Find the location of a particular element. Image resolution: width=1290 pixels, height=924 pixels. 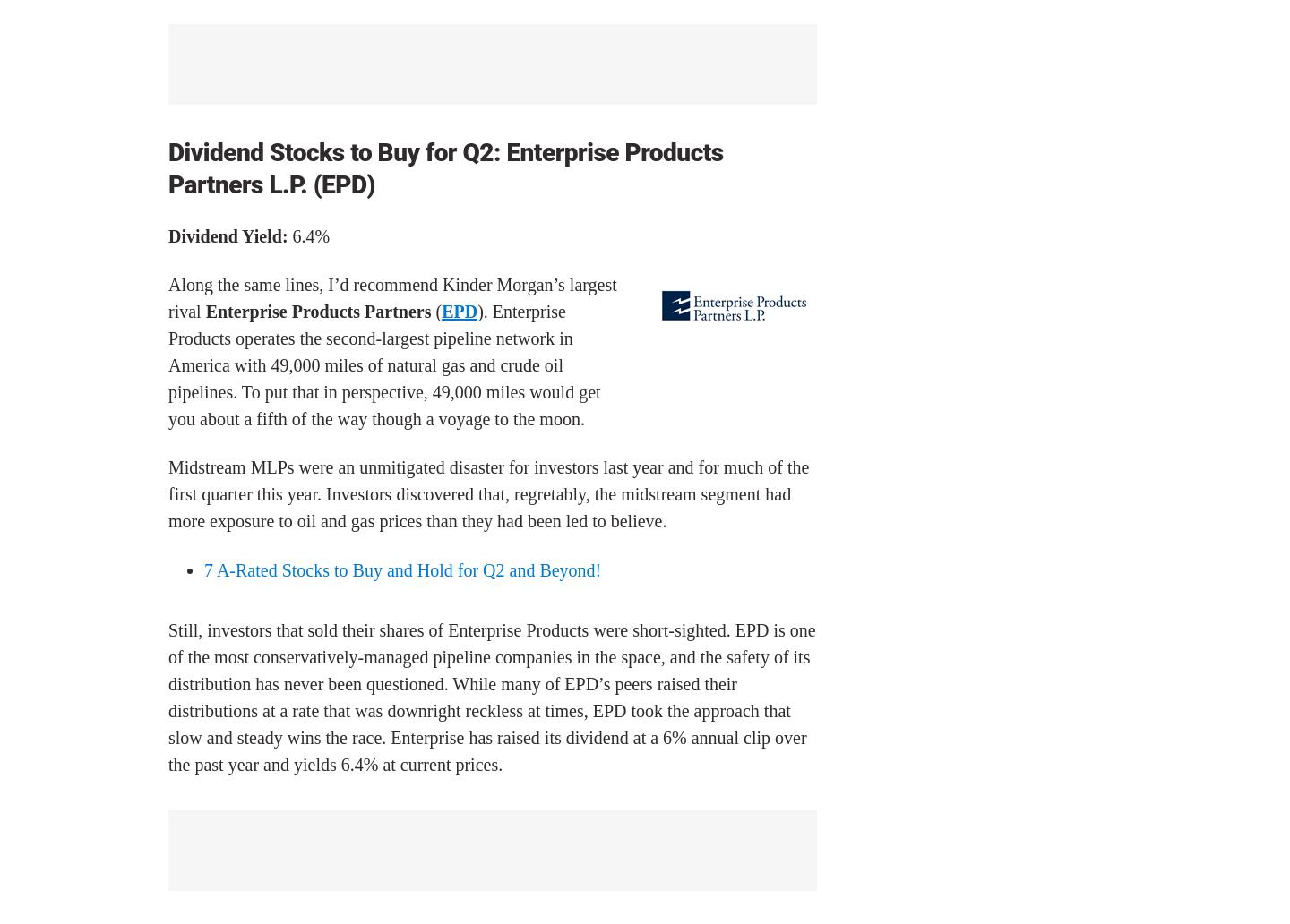

'Enterprise Products Partners L.P. (EPD)' is located at coordinates (444, 167).